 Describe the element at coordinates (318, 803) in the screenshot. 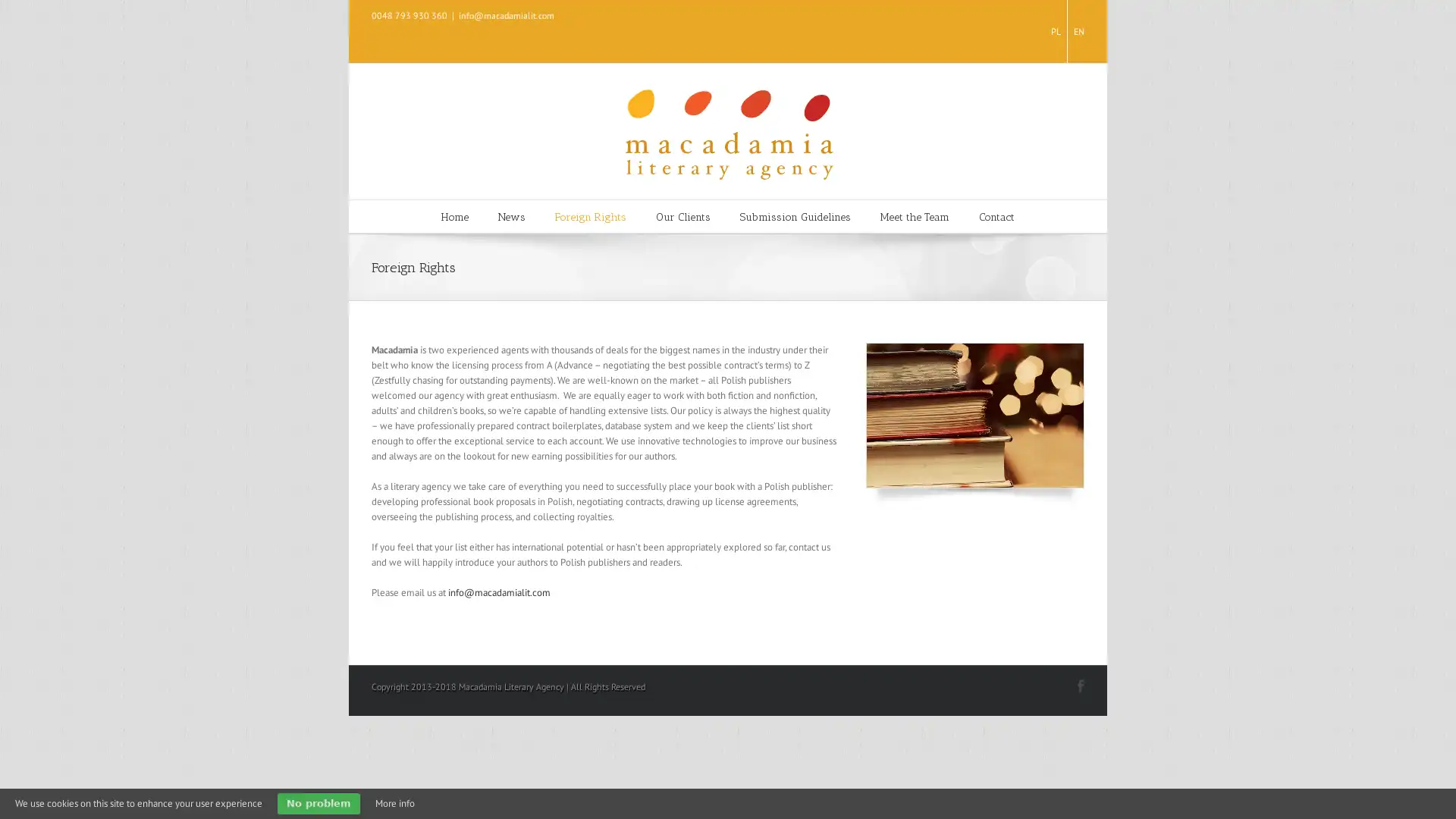

I see `No problem` at that location.